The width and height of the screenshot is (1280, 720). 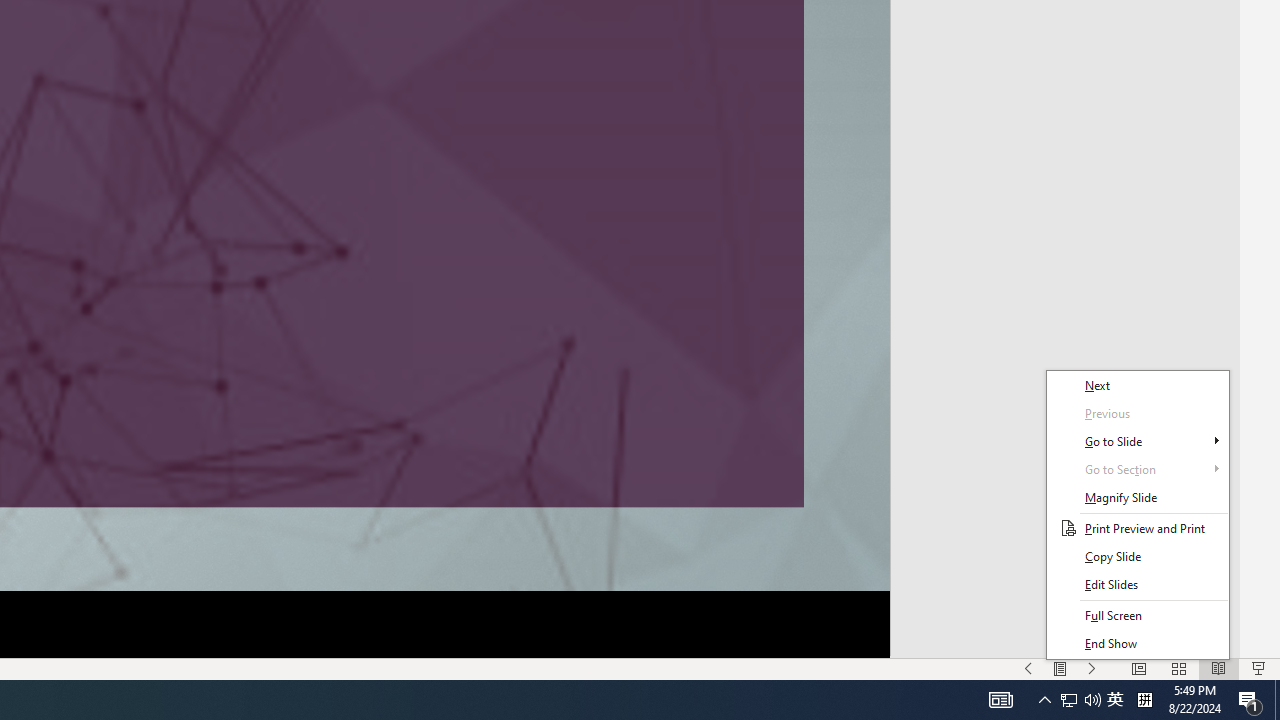 I want to click on 'Action Center, 1 new notification', so click(x=1250, y=698).